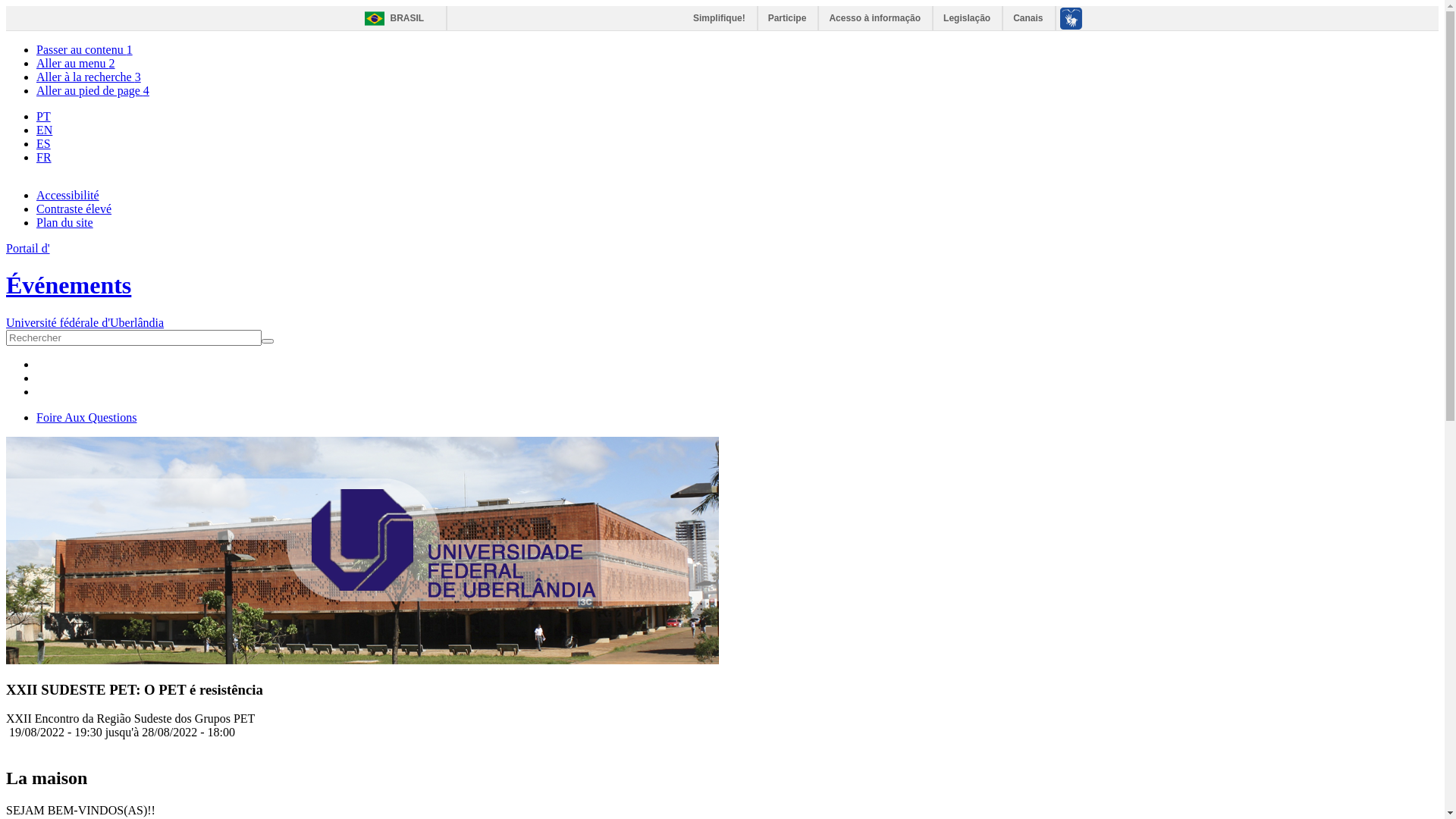 Image resolution: width=1456 pixels, height=819 pixels. What do you see at coordinates (44, 129) in the screenshot?
I see `'EN'` at bounding box center [44, 129].